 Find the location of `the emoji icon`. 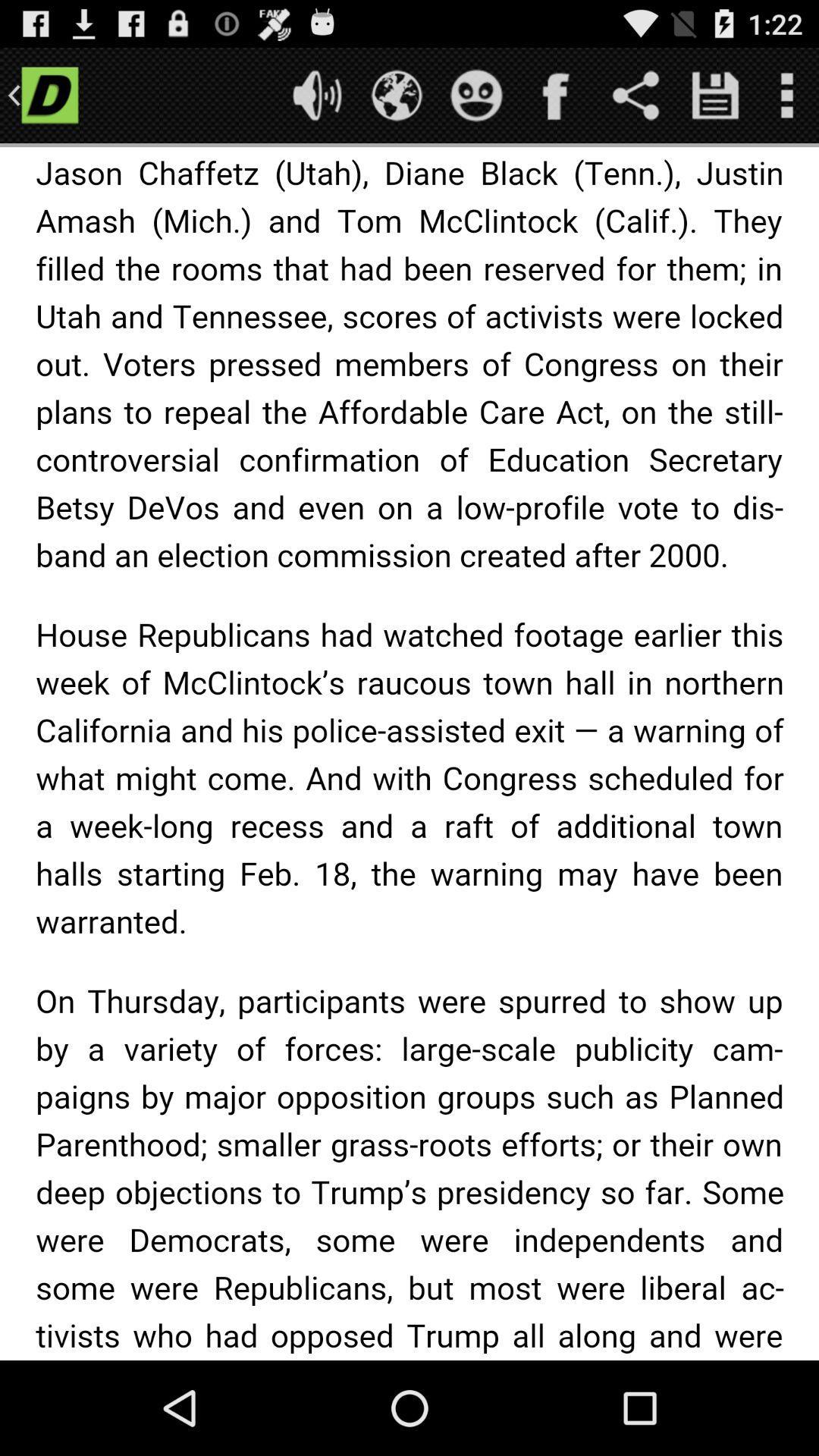

the emoji icon is located at coordinates (475, 101).